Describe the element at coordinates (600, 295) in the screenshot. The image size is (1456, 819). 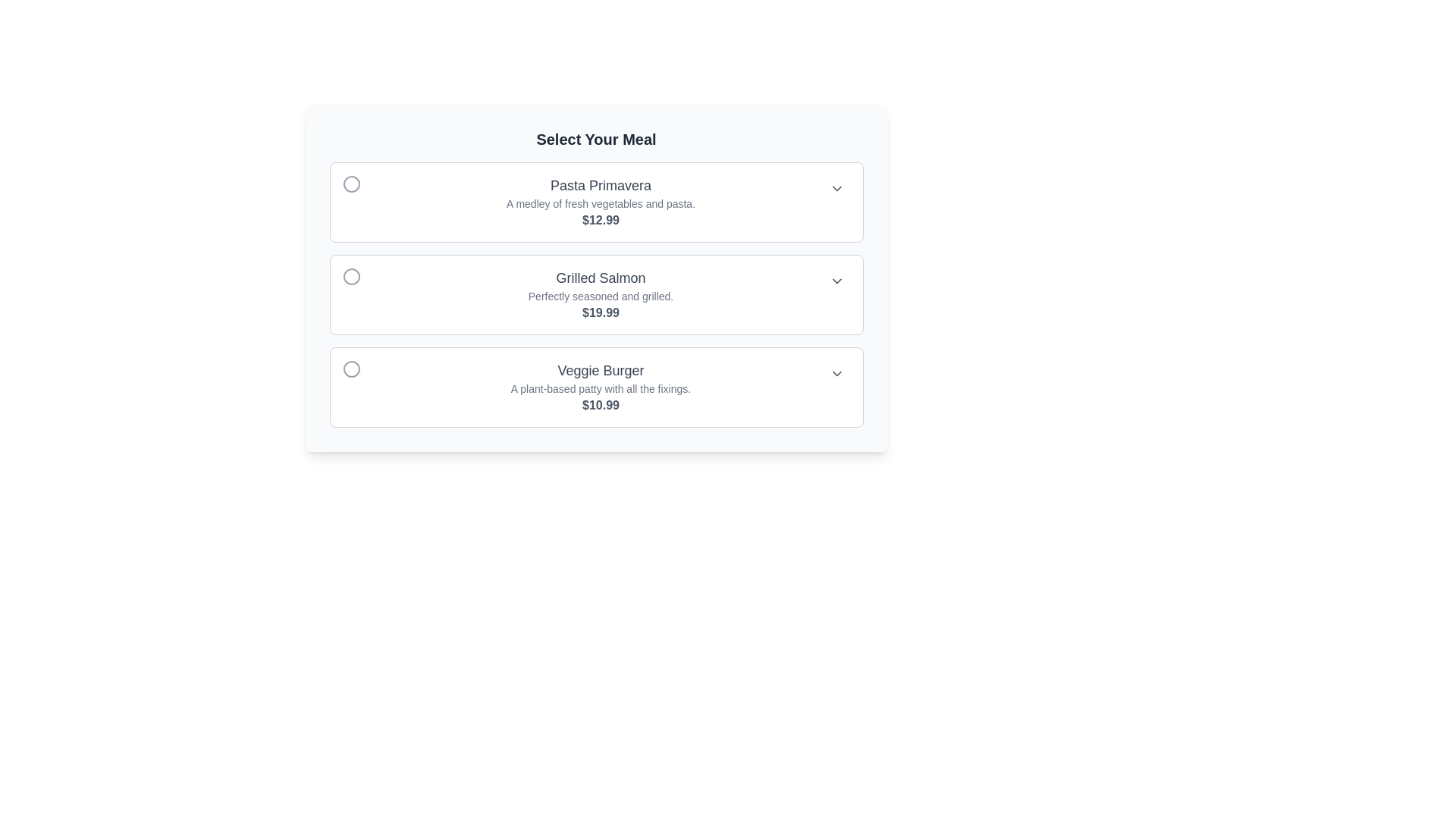
I see `information displayed in the second item of the food menu, which is the Informational display block showing details about a food item` at that location.